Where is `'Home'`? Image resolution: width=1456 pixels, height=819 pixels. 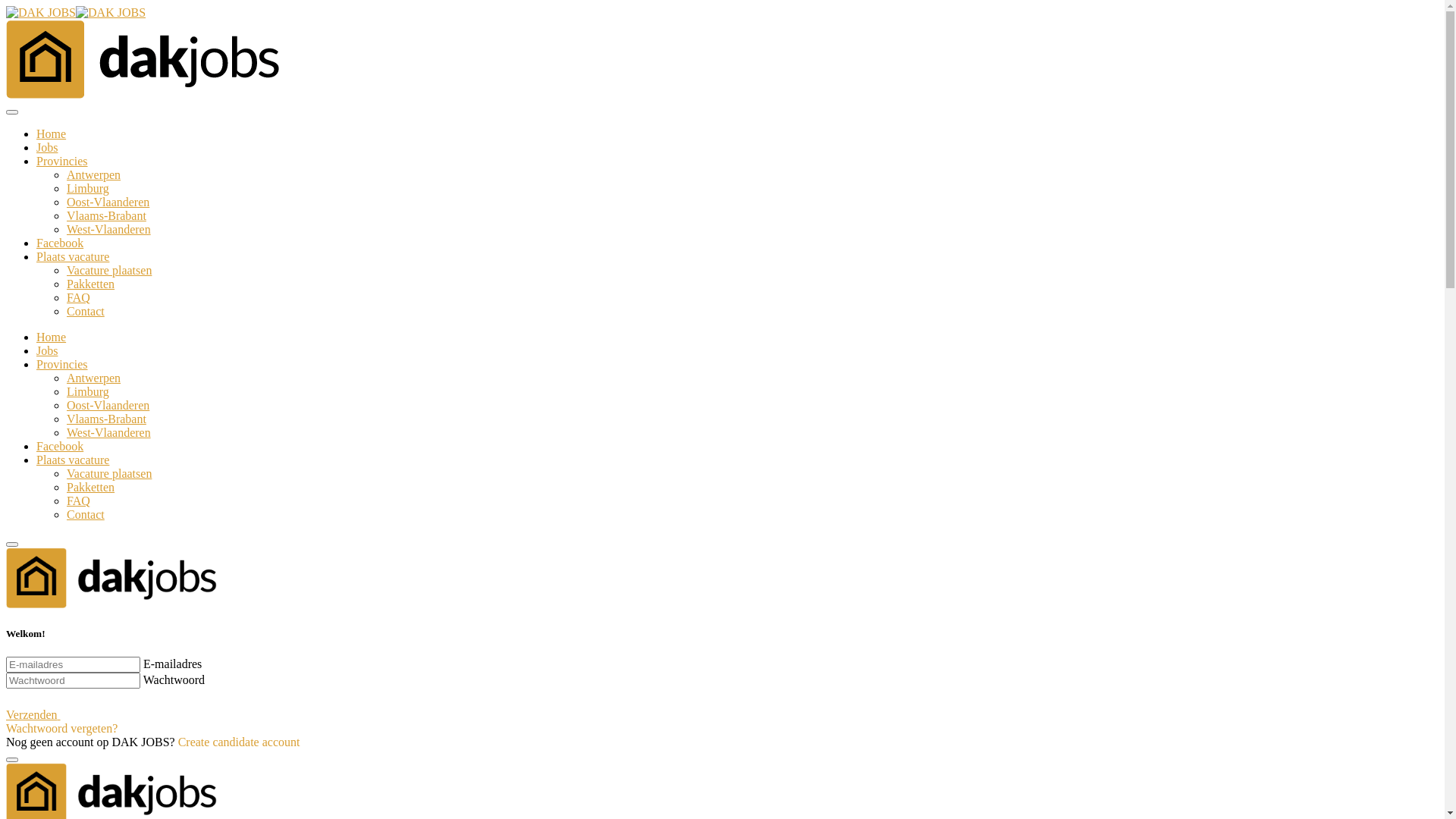
'Home' is located at coordinates (51, 336).